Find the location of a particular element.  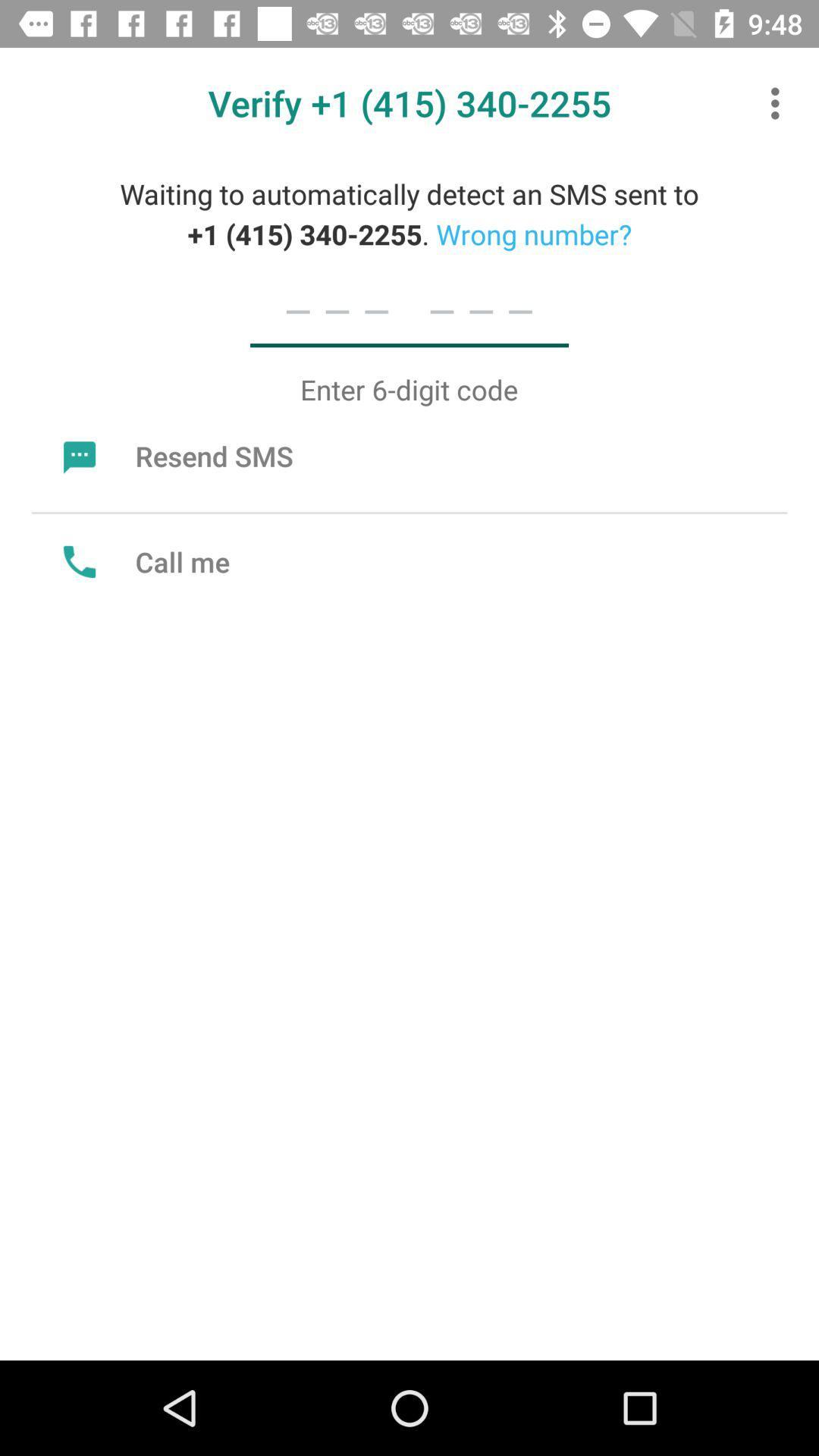

icon next to the verify 1 415 item is located at coordinates (779, 102).